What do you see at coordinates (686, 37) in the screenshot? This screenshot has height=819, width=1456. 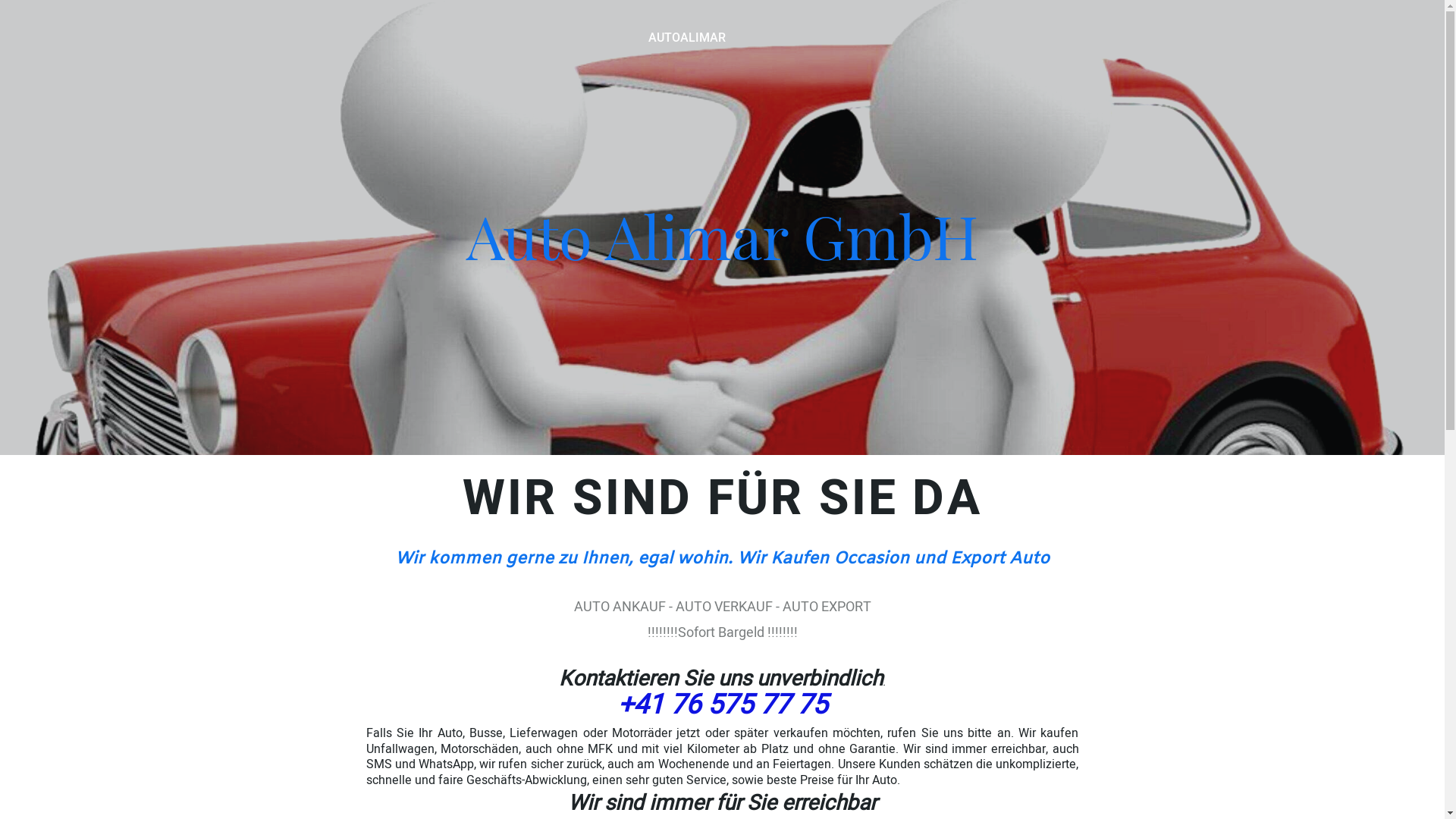 I see `'AUTOALIMAR'` at bounding box center [686, 37].